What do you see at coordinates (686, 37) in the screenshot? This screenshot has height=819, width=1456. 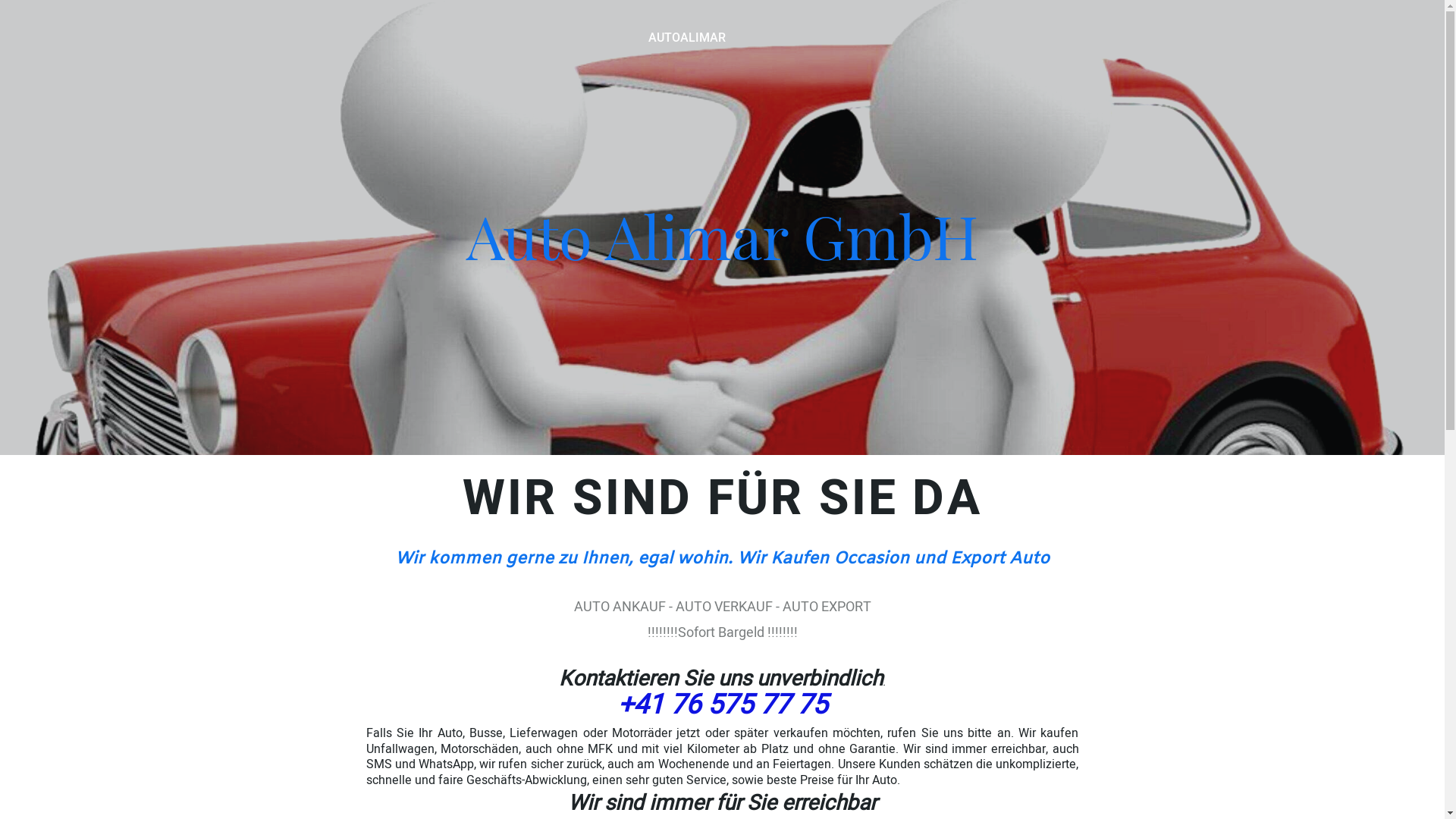 I see `'AUTOALIMAR'` at bounding box center [686, 37].